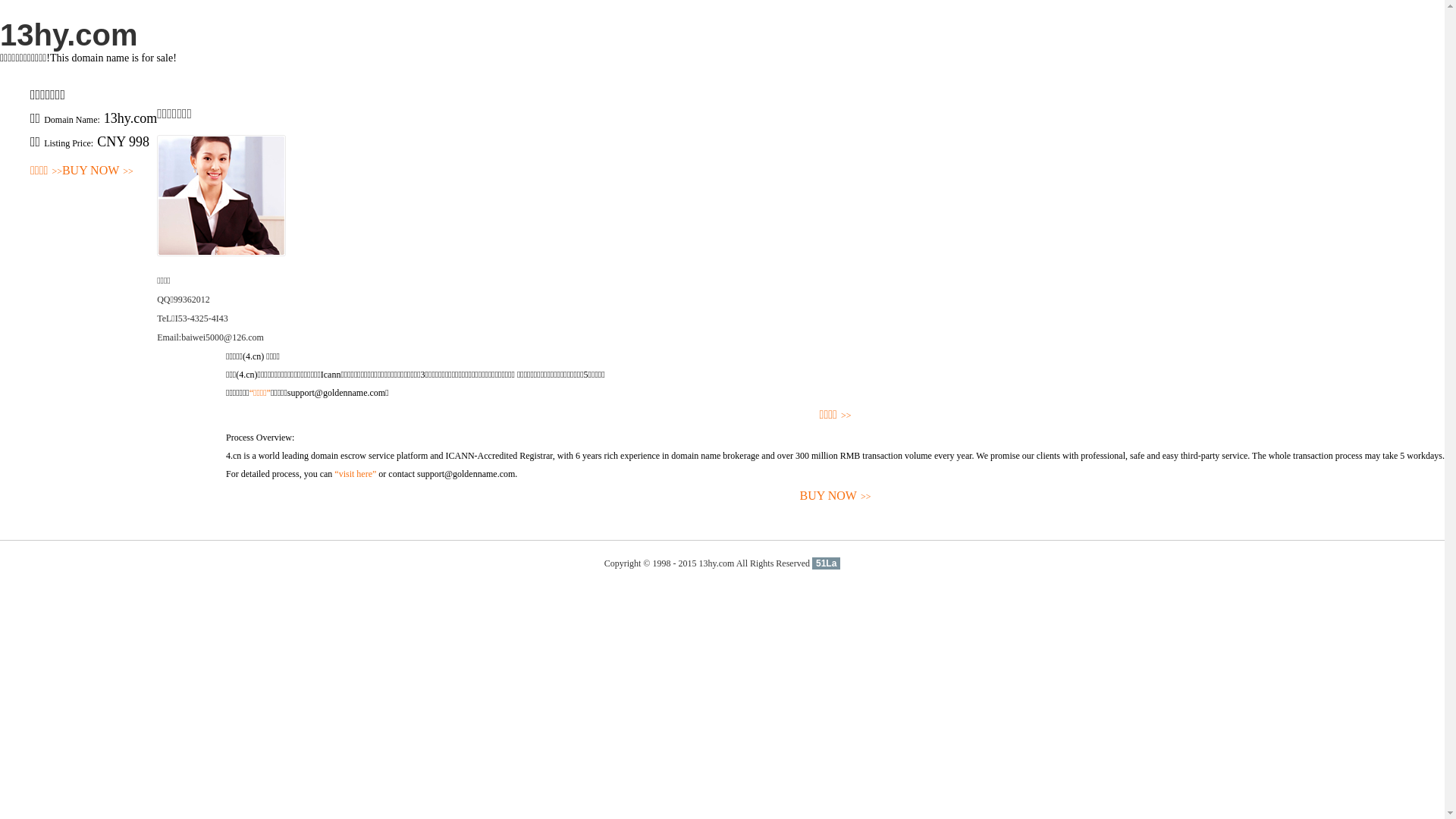 The width and height of the screenshot is (1456, 819). I want to click on 'BUY NOW>>', so click(834, 496).